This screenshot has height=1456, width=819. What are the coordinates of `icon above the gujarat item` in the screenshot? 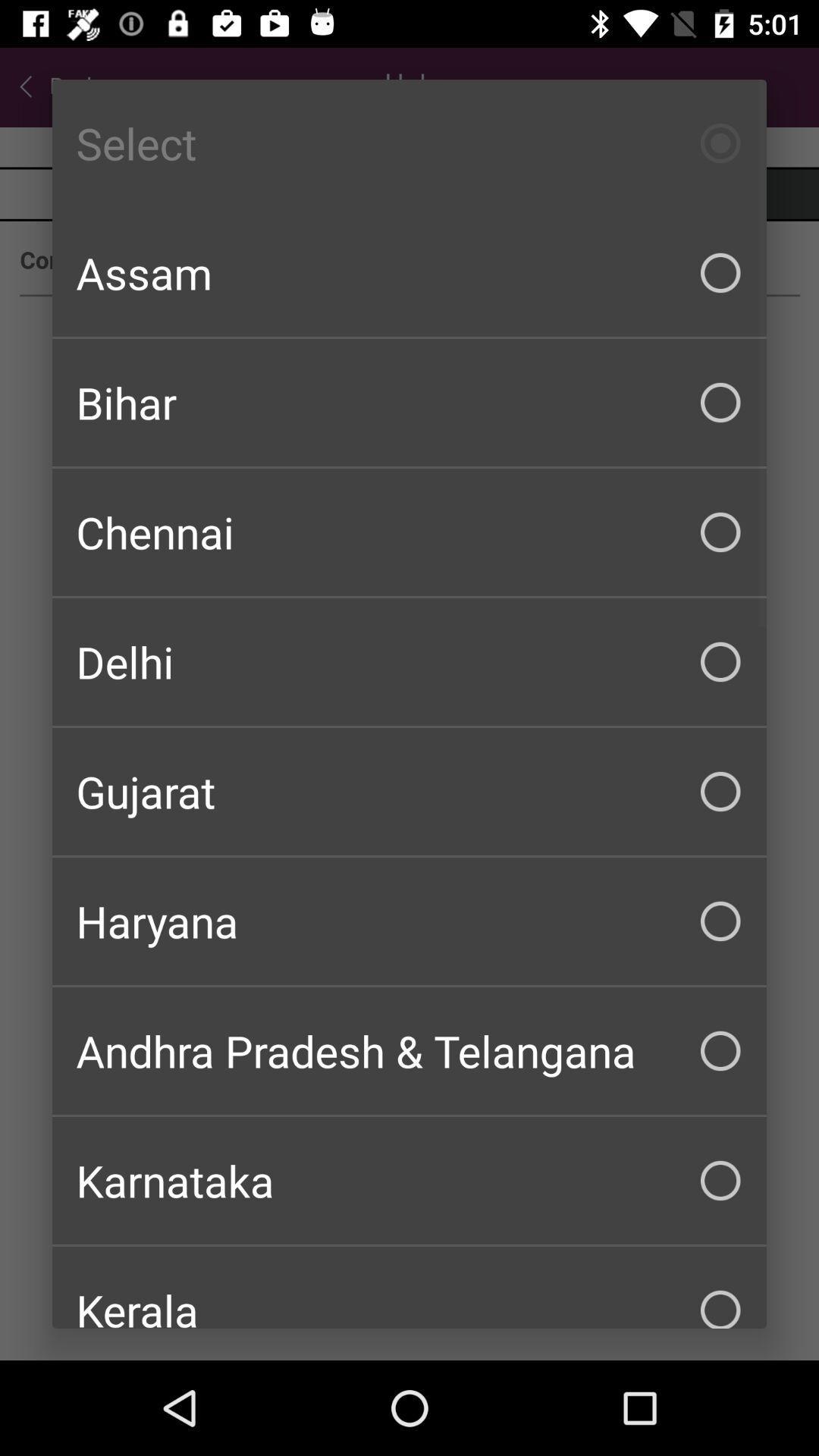 It's located at (409, 662).